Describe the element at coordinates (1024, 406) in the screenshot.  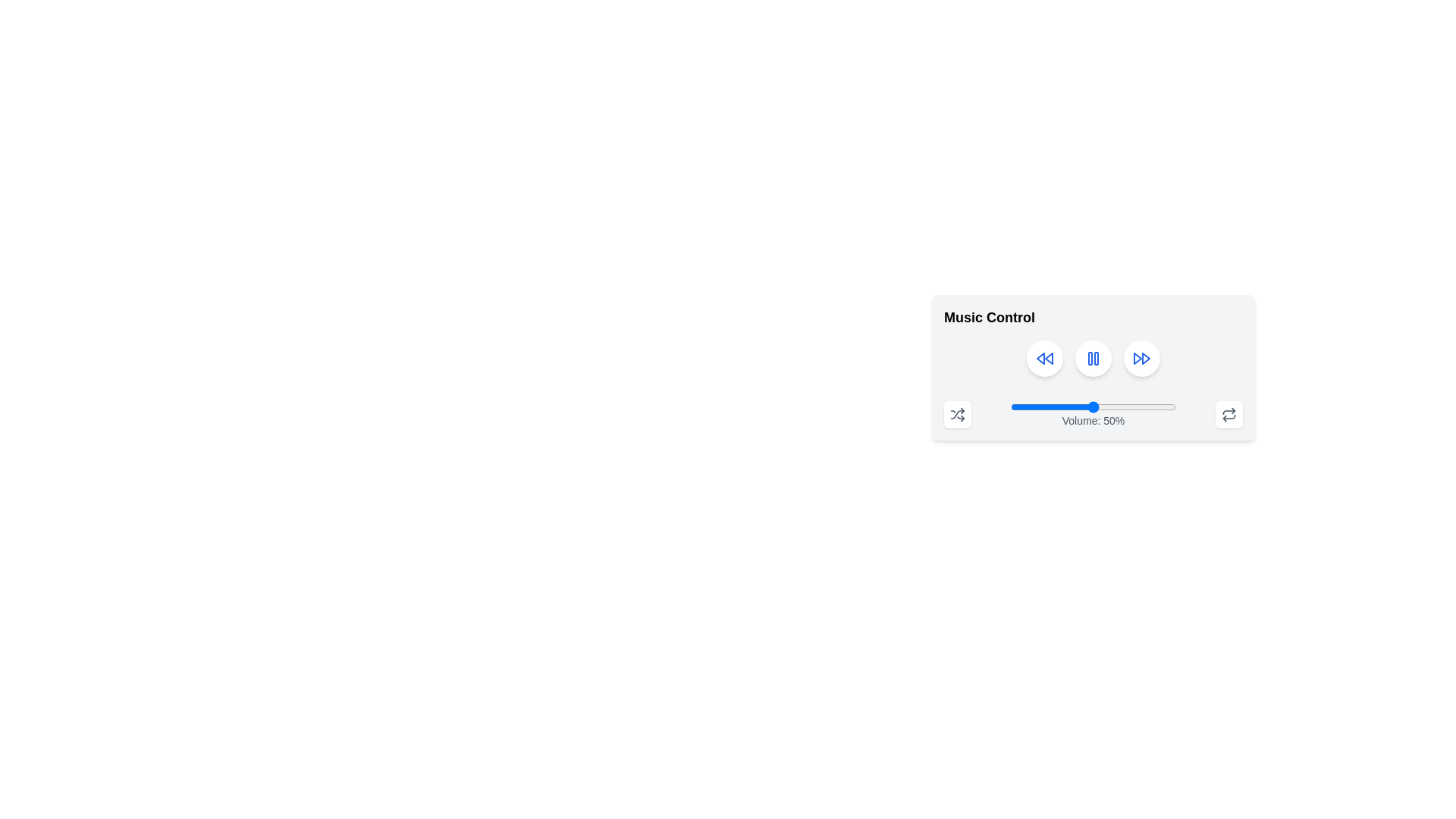
I see `the volume` at that location.